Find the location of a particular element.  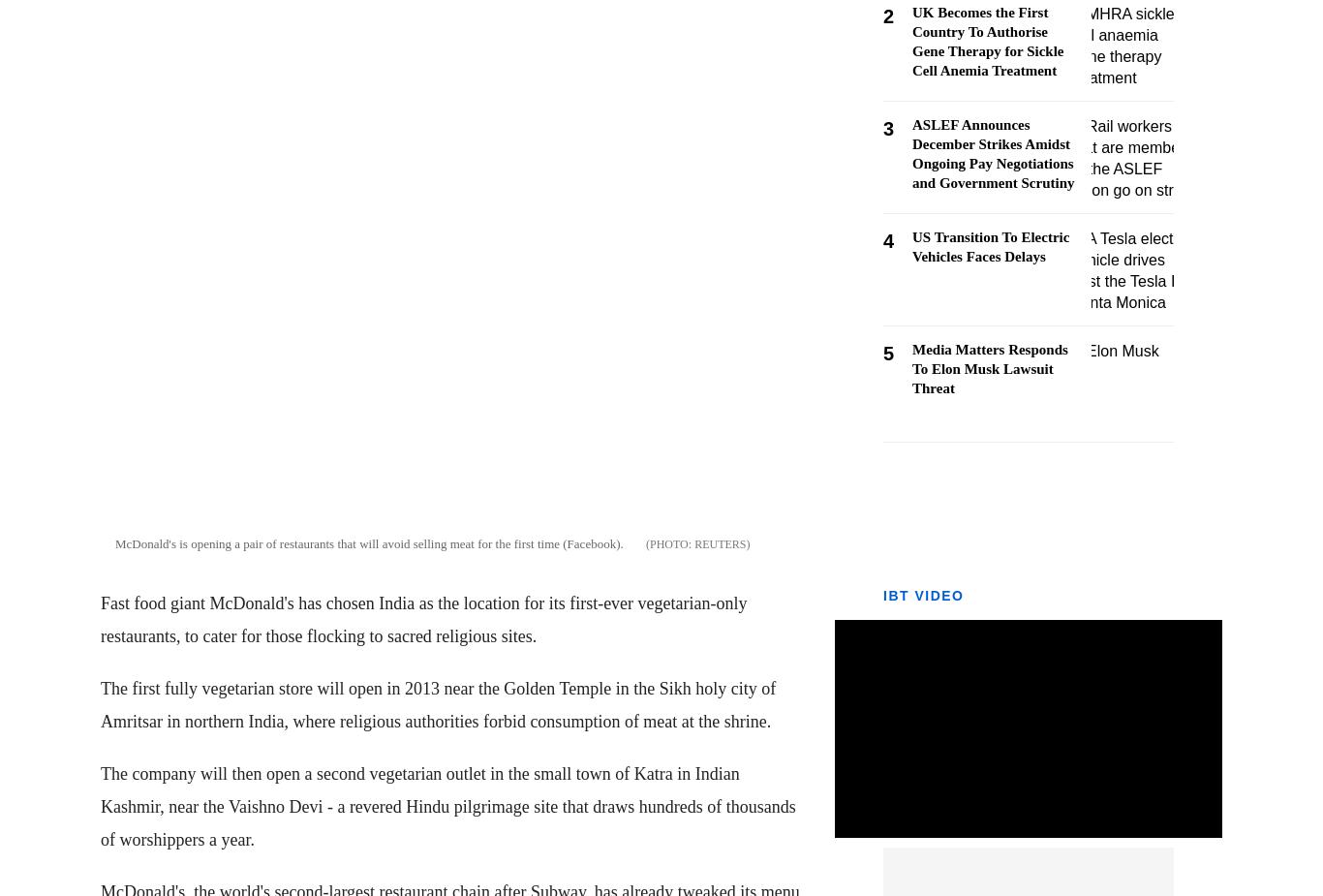

'Markets' is located at coordinates (38, 22).